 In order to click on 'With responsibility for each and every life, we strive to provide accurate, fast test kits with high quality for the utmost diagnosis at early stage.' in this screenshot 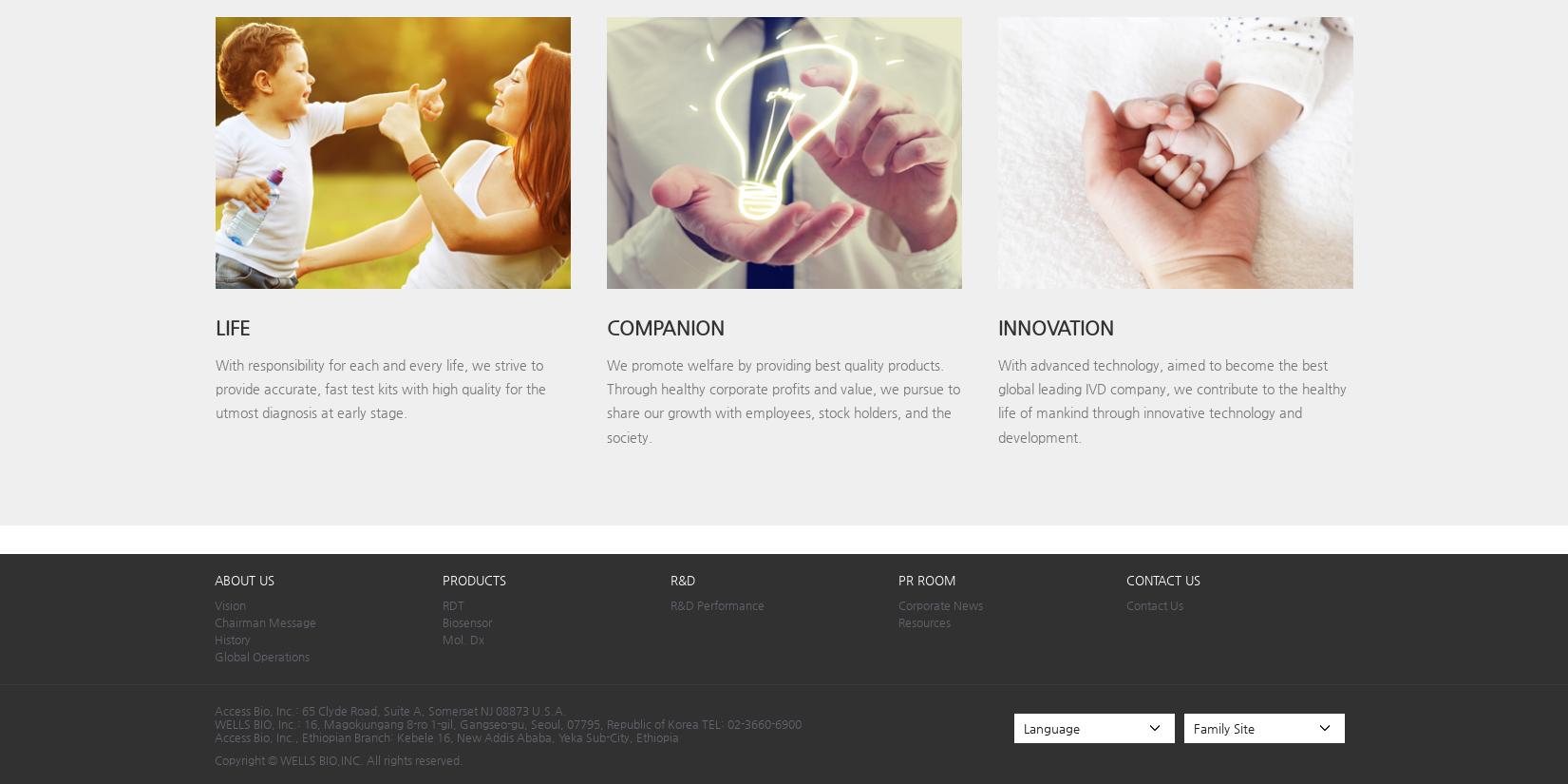, I will do `click(380, 388)`.